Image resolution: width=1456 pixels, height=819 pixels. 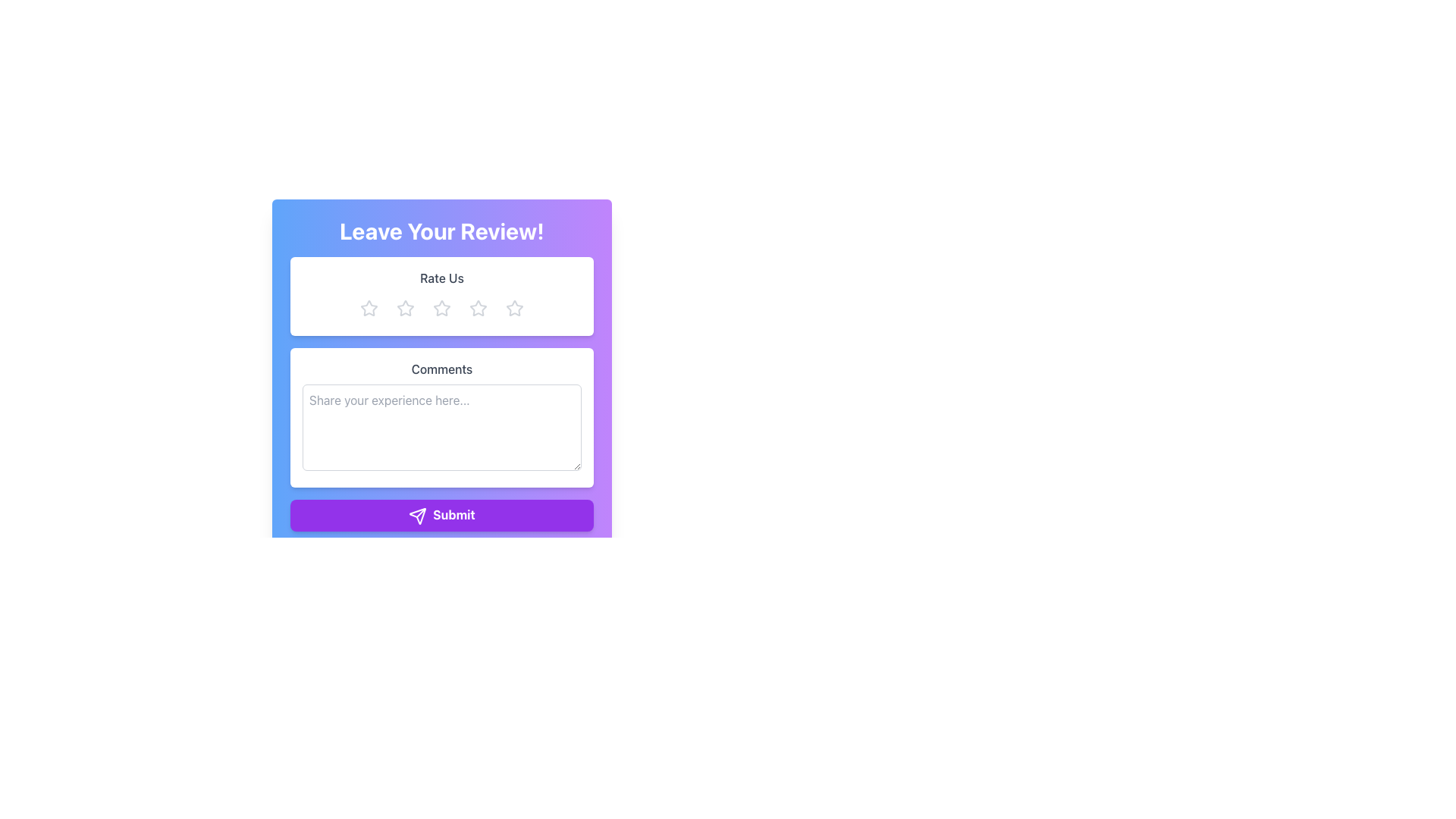 I want to click on the second star icon in the 'Rate Us' section, so click(x=441, y=308).